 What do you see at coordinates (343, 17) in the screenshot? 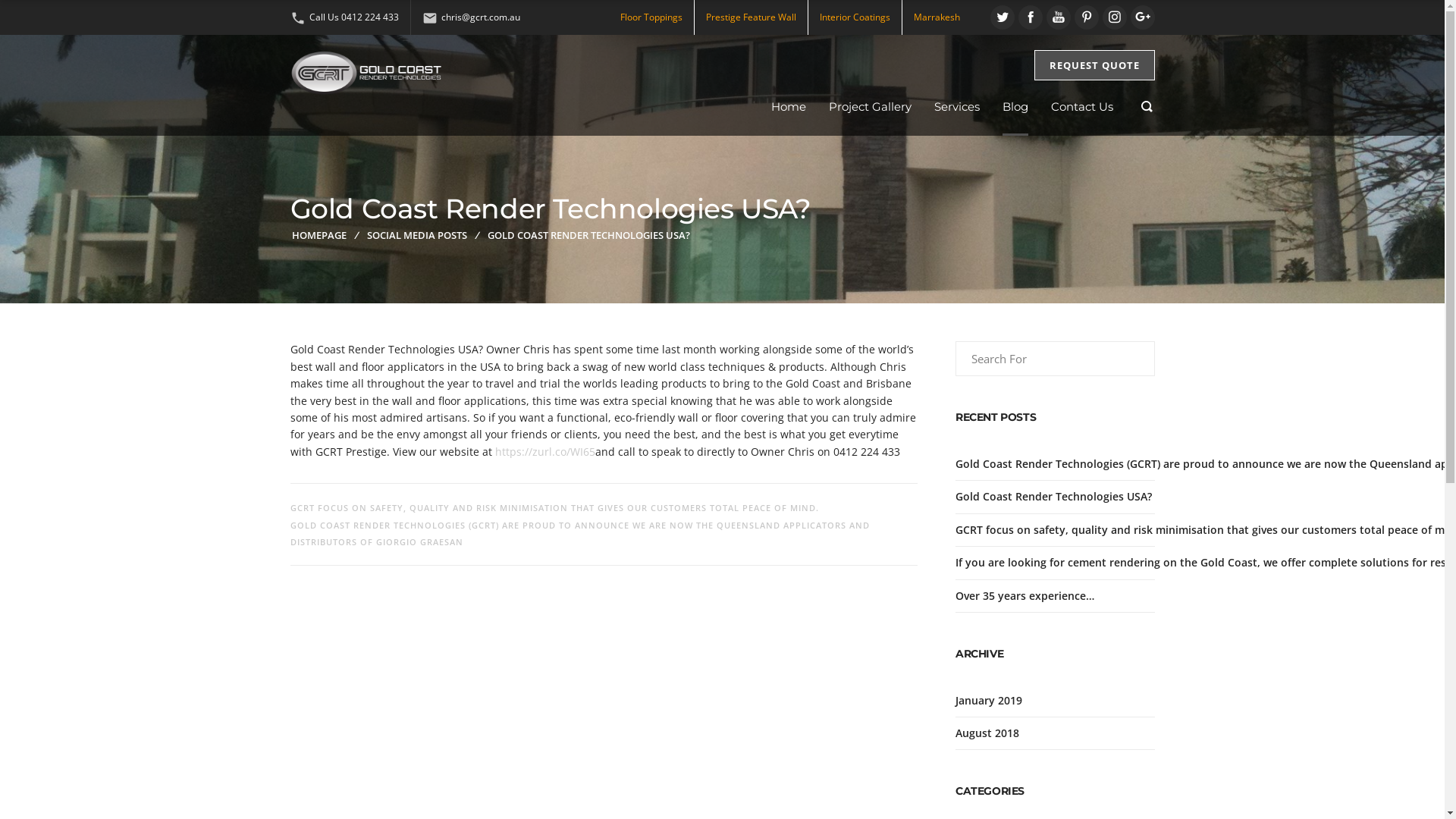
I see `'phoneCall Us 0412 224 433'` at bounding box center [343, 17].